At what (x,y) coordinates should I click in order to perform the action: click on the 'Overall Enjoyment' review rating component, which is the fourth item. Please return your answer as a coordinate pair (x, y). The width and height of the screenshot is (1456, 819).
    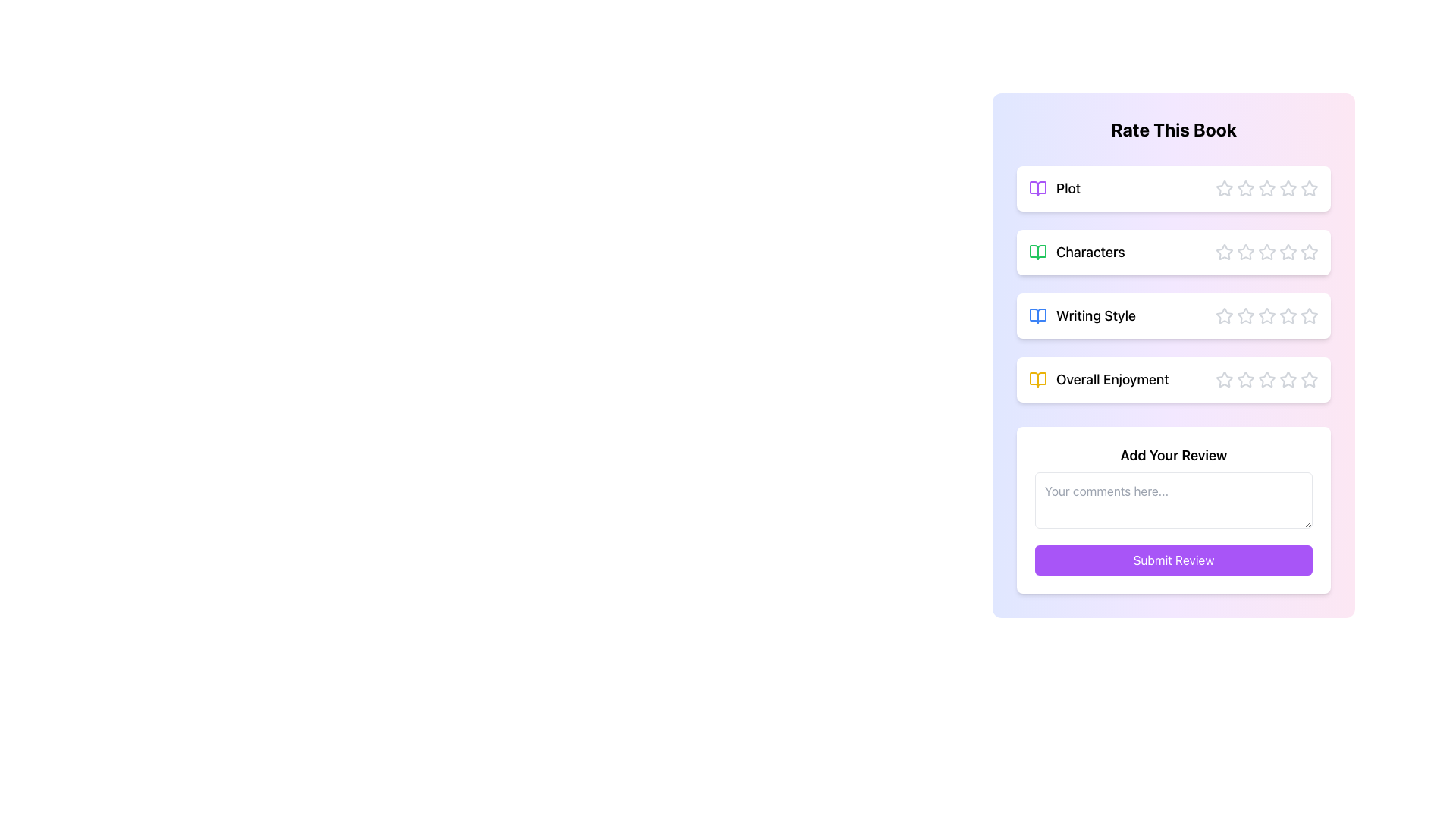
    Looking at the image, I should click on (1173, 379).